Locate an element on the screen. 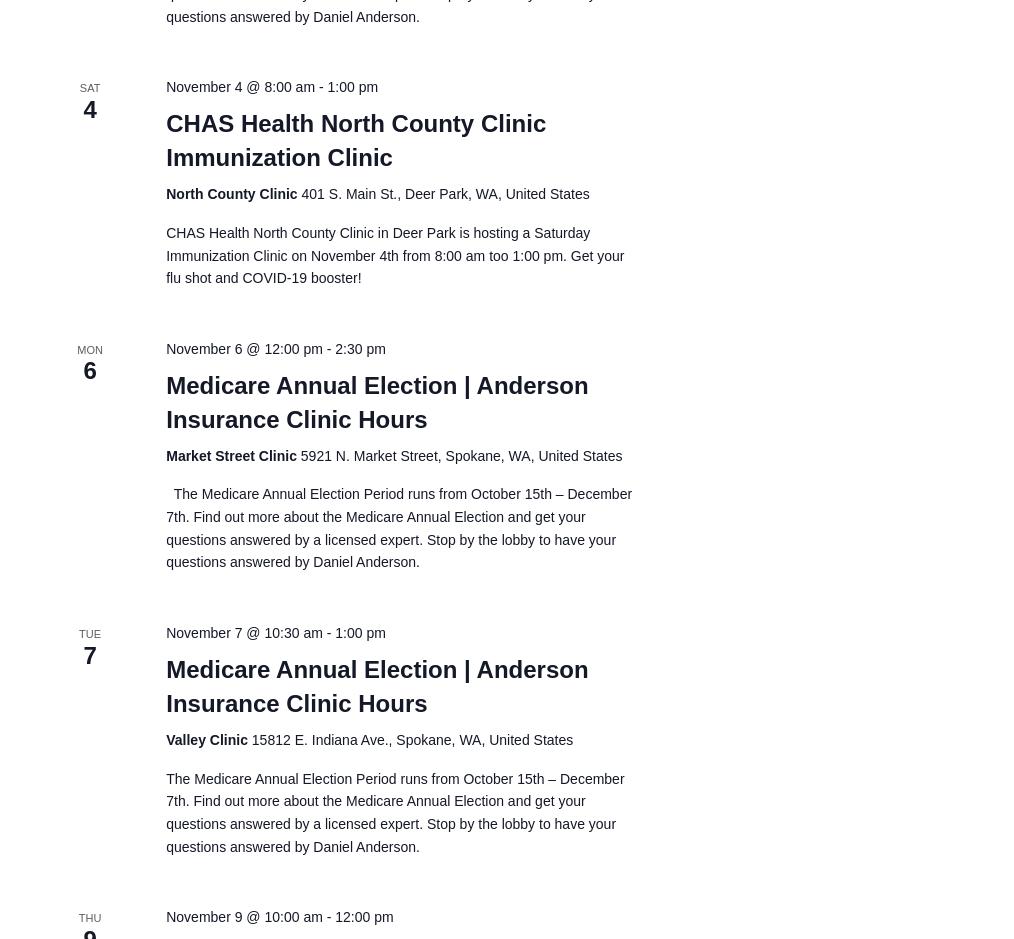  '6' is located at coordinates (89, 370).